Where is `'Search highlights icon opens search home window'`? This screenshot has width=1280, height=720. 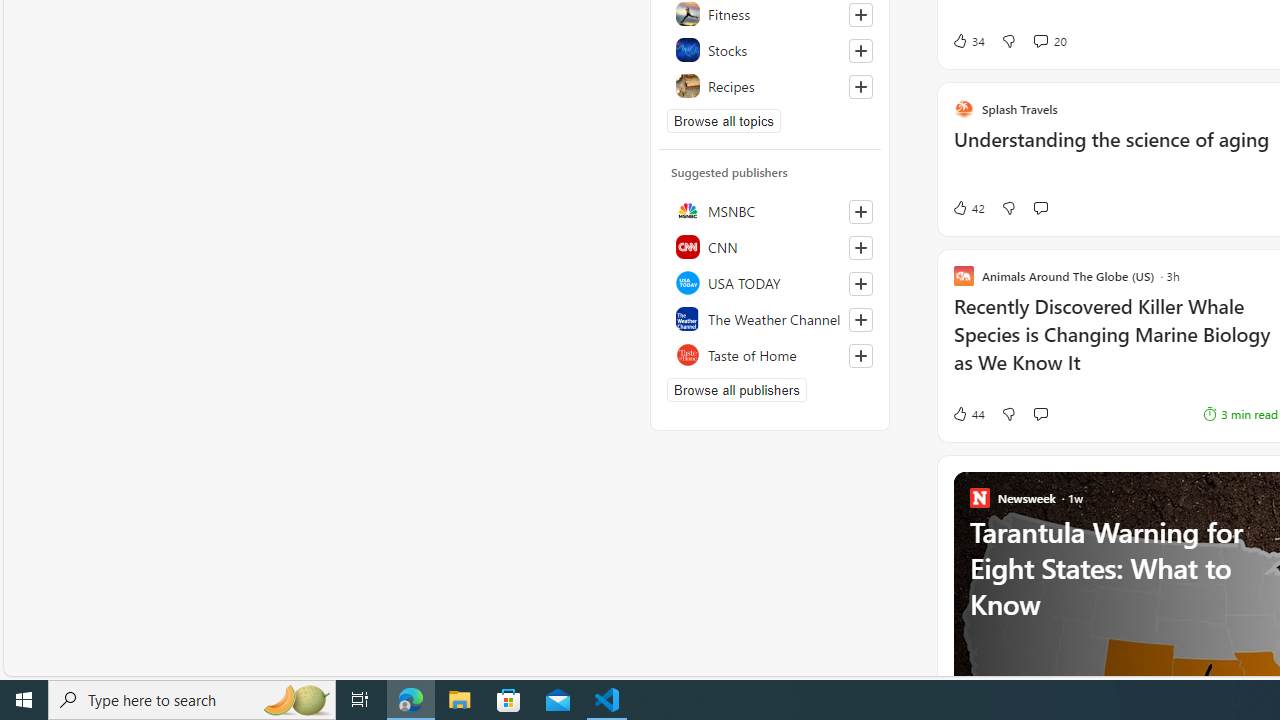
'Search highlights icon opens search home window' is located at coordinates (294, 698).